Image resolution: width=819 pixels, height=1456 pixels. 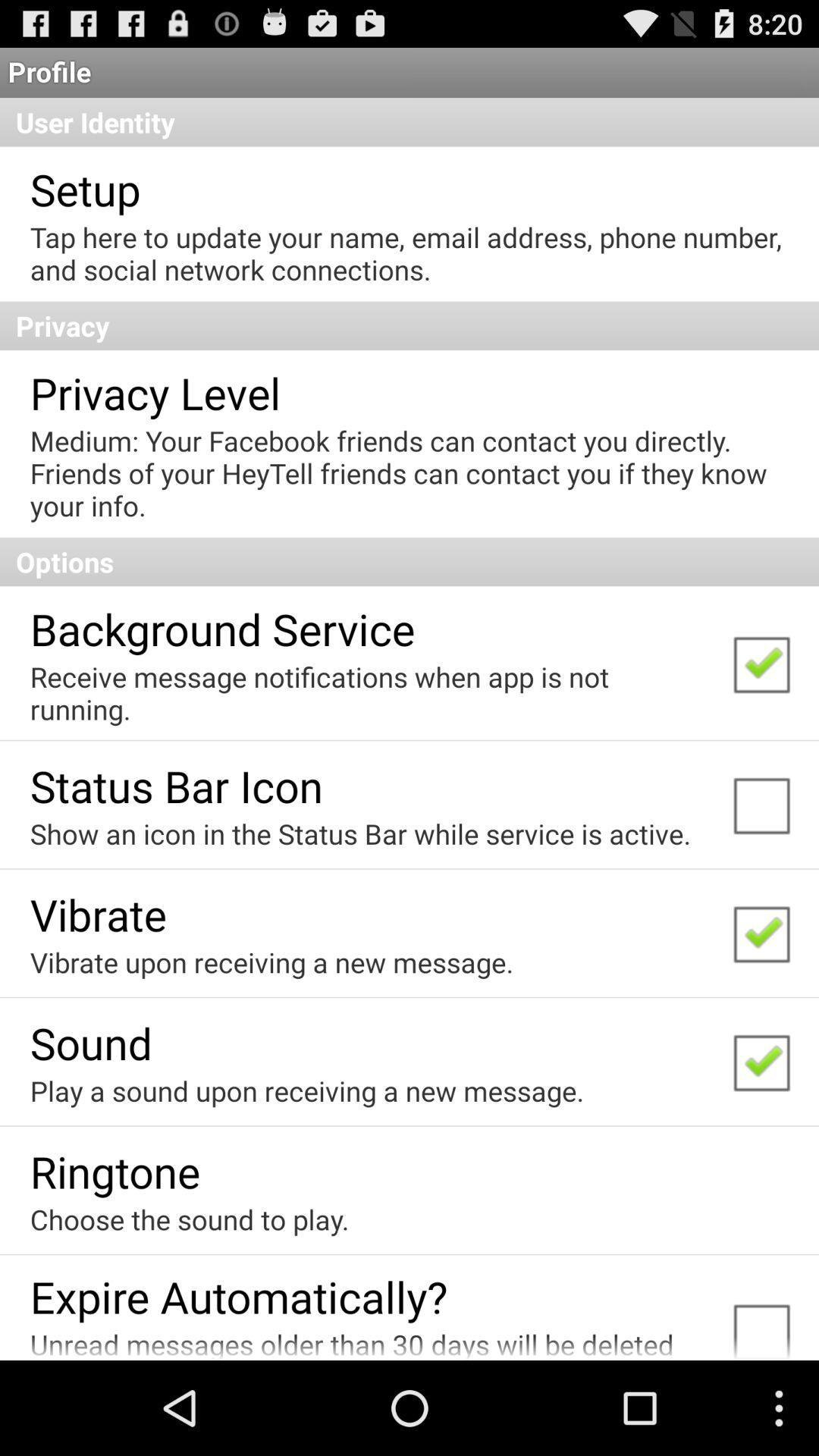 I want to click on expire automatically? app, so click(x=239, y=1295).